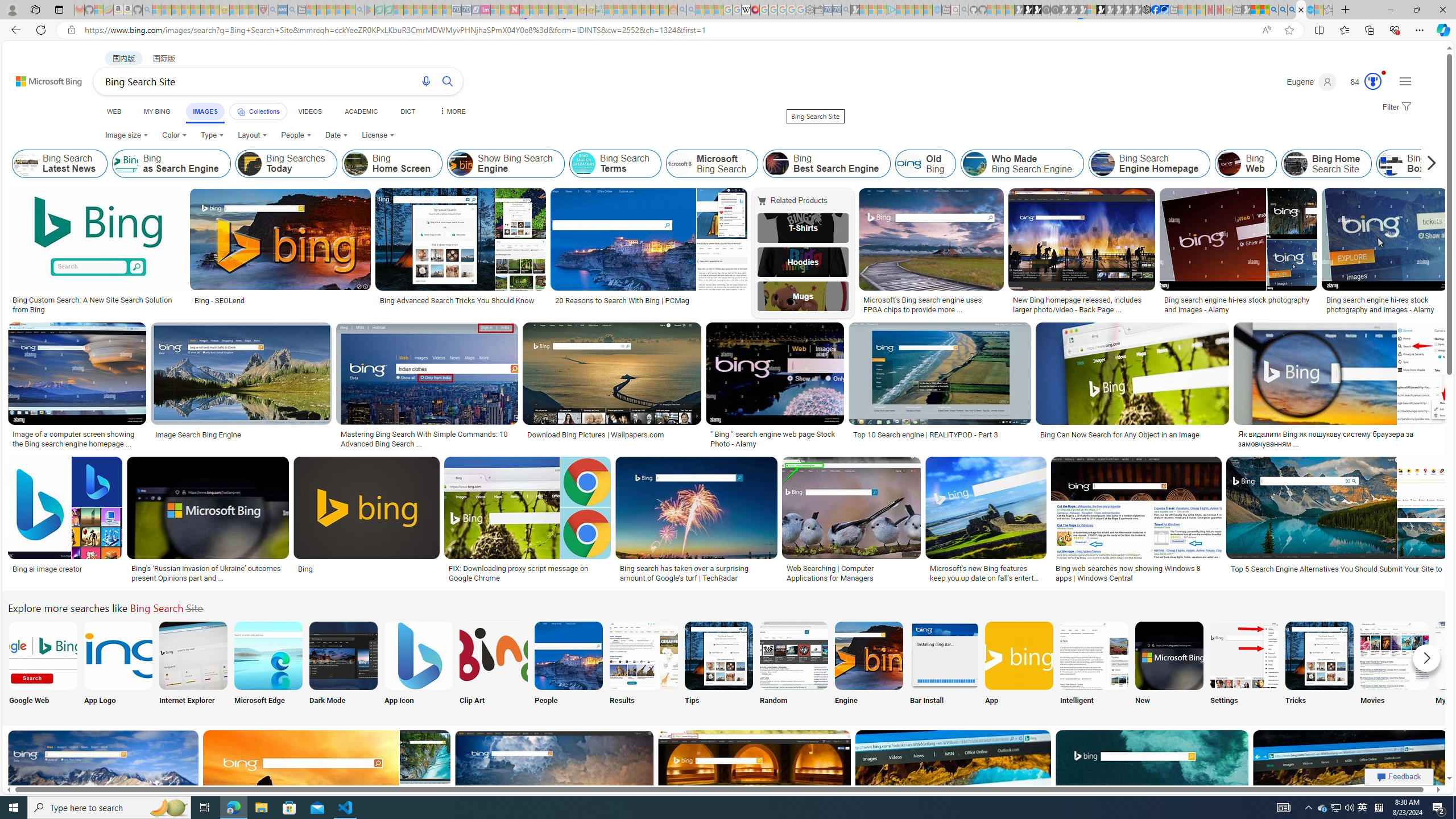 Image resolution: width=1456 pixels, height=819 pixels. What do you see at coordinates (1319, 665) in the screenshot?
I see `'Tricks'` at bounding box center [1319, 665].